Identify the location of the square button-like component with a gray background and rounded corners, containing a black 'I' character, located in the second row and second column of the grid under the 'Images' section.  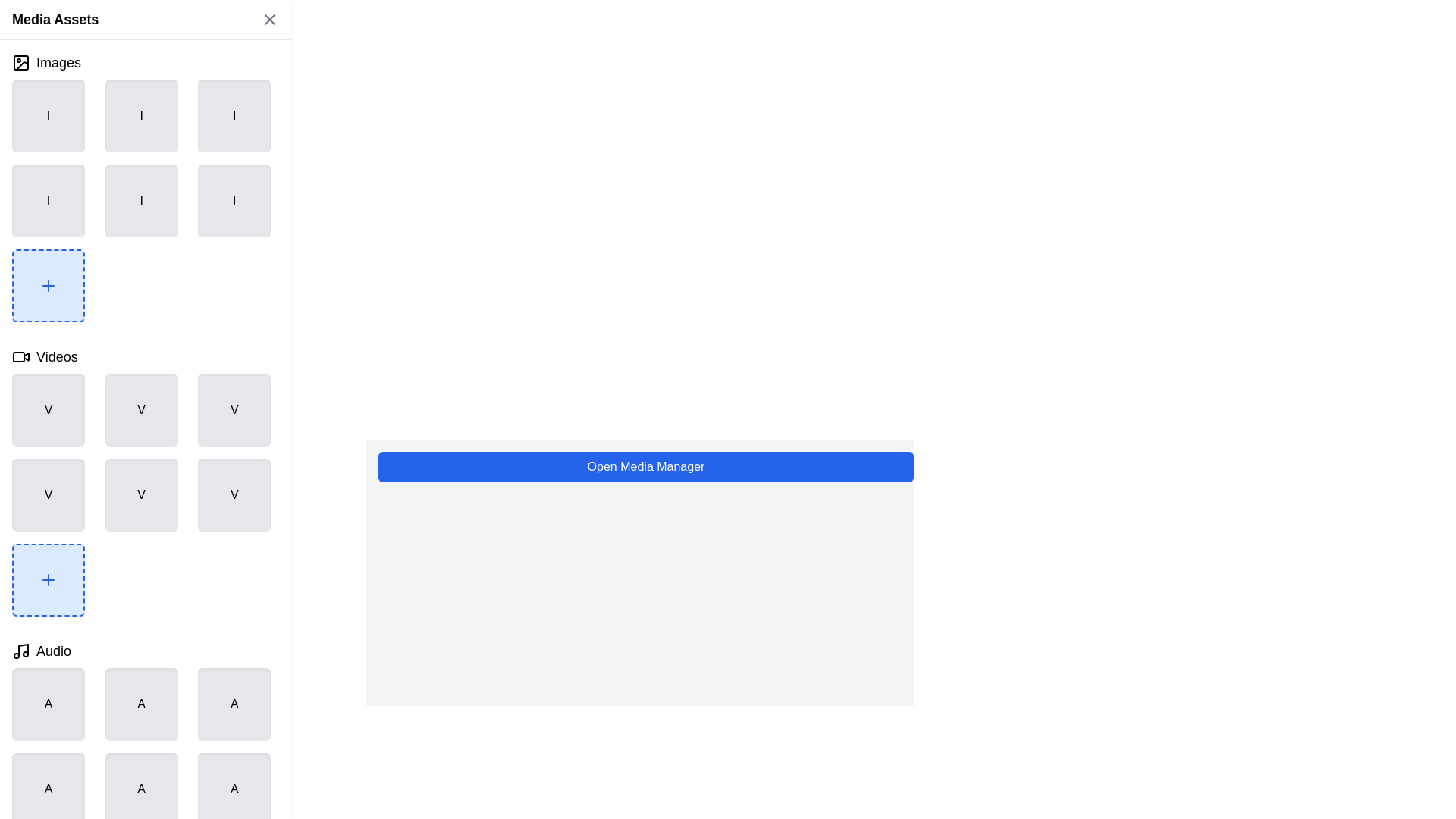
(141, 200).